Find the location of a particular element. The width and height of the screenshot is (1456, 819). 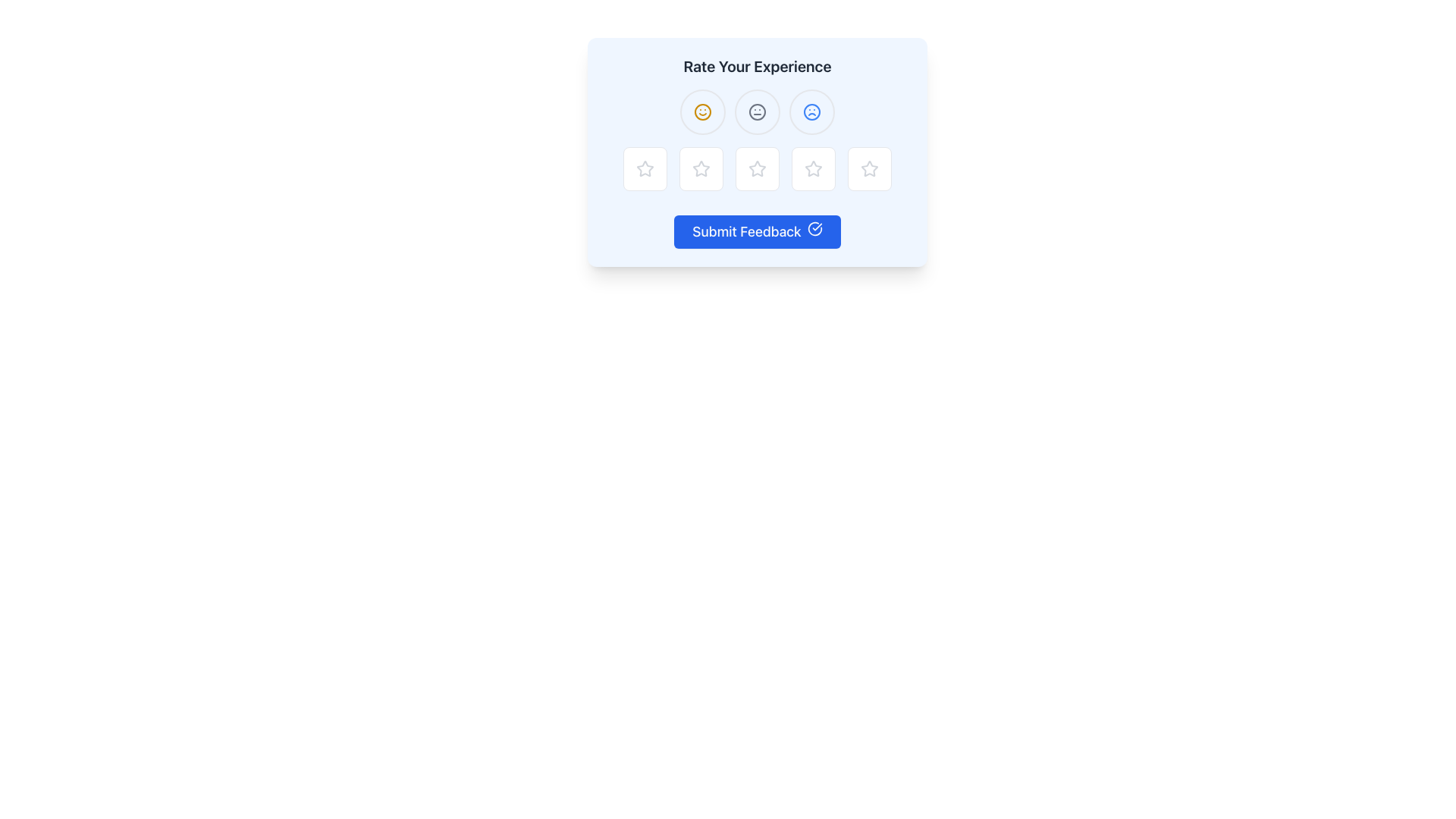

the third Rating star icon in the horizontal row is located at coordinates (757, 169).